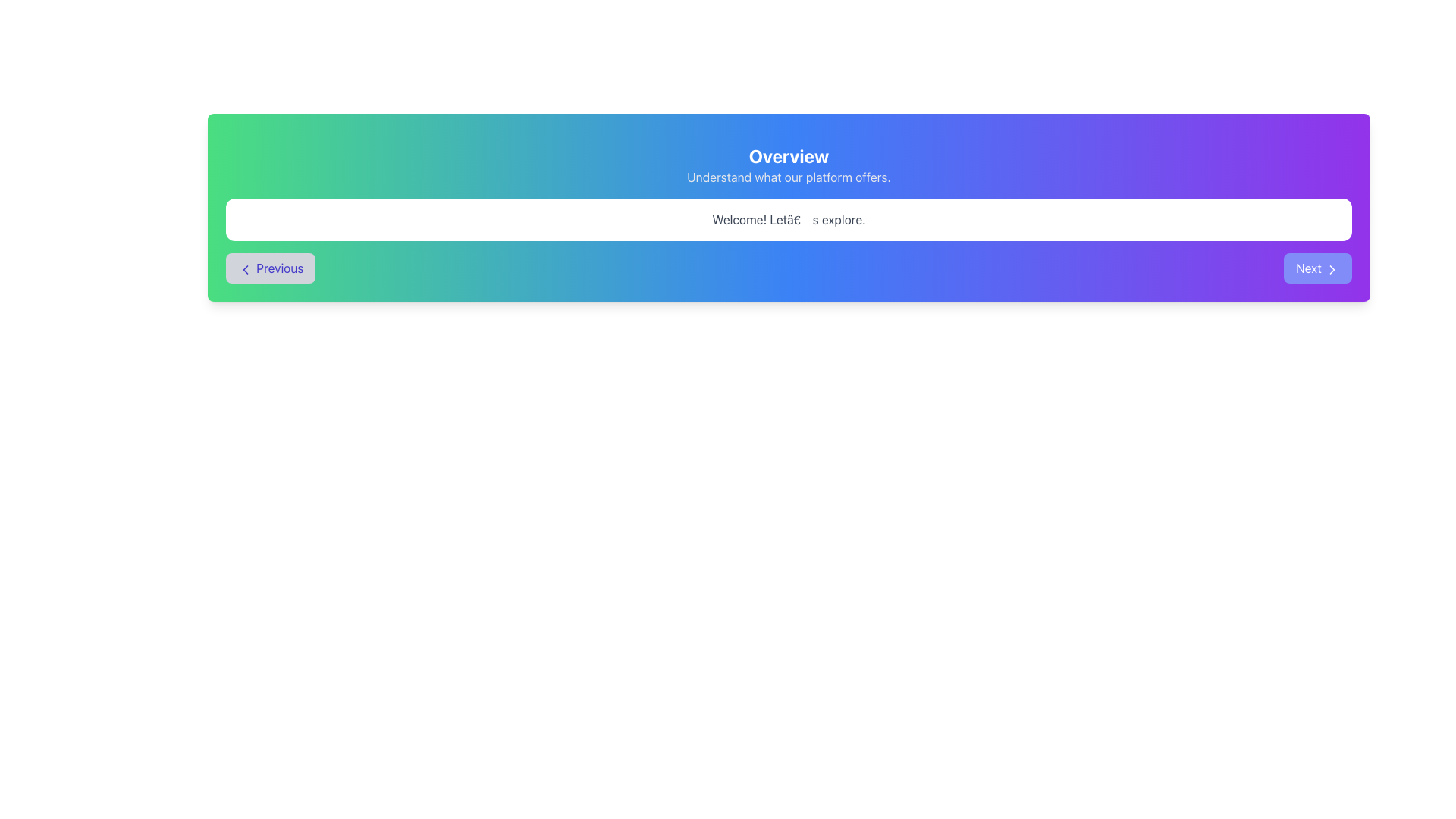  What do you see at coordinates (789, 177) in the screenshot?
I see `the static text label that reads 'Understand what our platform offers.' which is located directly below the 'Overview' heading` at bounding box center [789, 177].